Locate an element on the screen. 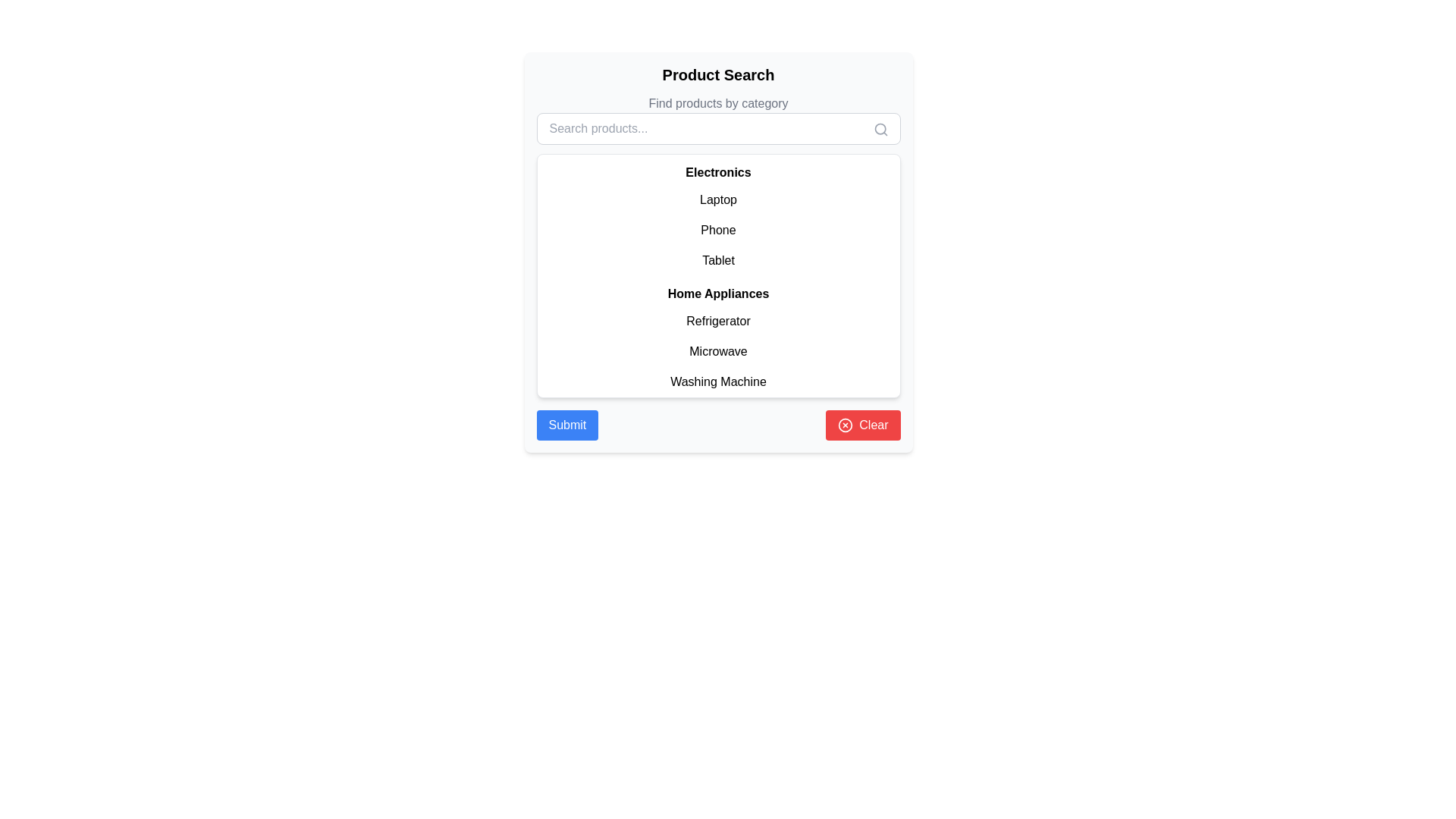  the informational text label located beneath the 'Product Search' header, which guides users to find products in distinct categories is located at coordinates (717, 103).